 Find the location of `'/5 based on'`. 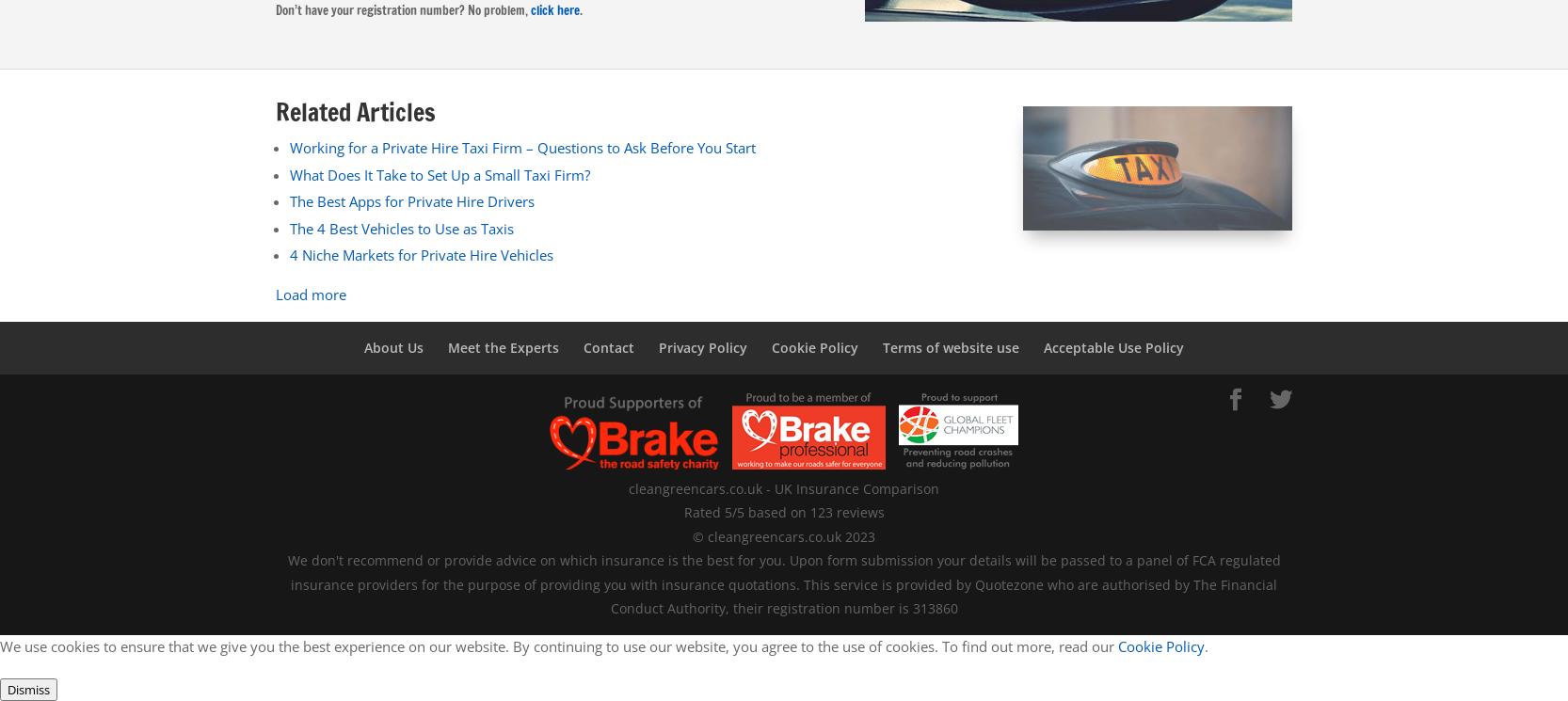

'/5 based on' is located at coordinates (769, 512).